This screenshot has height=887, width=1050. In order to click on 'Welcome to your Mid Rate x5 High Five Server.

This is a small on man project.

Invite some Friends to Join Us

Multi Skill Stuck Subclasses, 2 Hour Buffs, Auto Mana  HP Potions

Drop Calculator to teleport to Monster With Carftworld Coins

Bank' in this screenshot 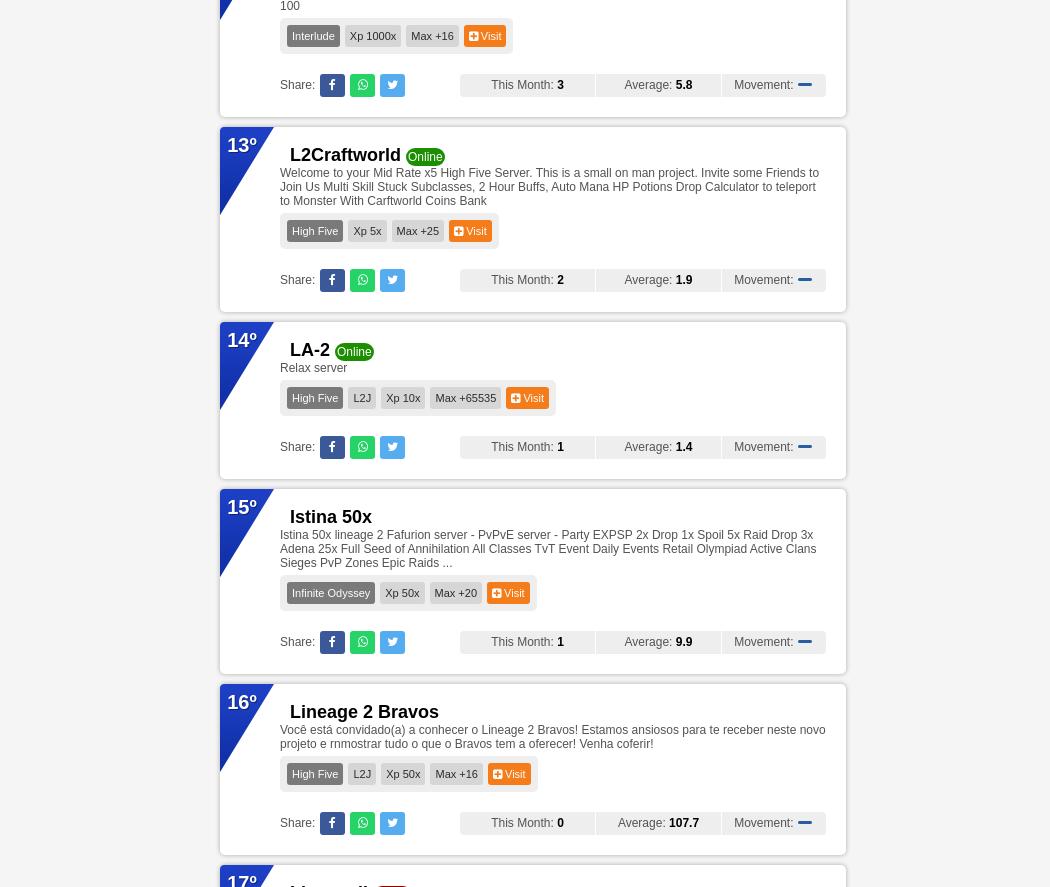, I will do `click(279, 185)`.